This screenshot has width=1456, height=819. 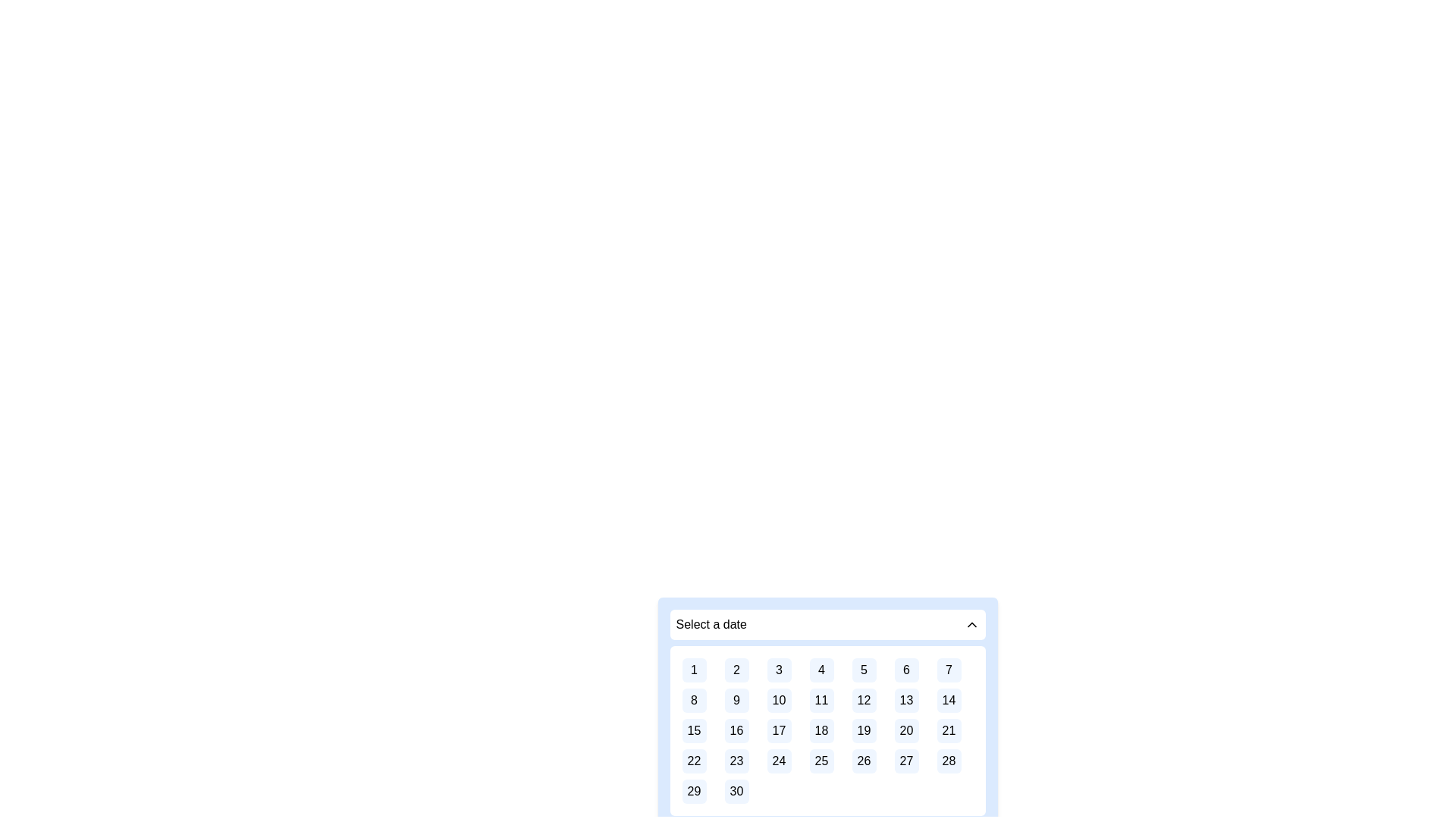 I want to click on the selectable date button '23' in the calendar interface, so click(x=736, y=761).